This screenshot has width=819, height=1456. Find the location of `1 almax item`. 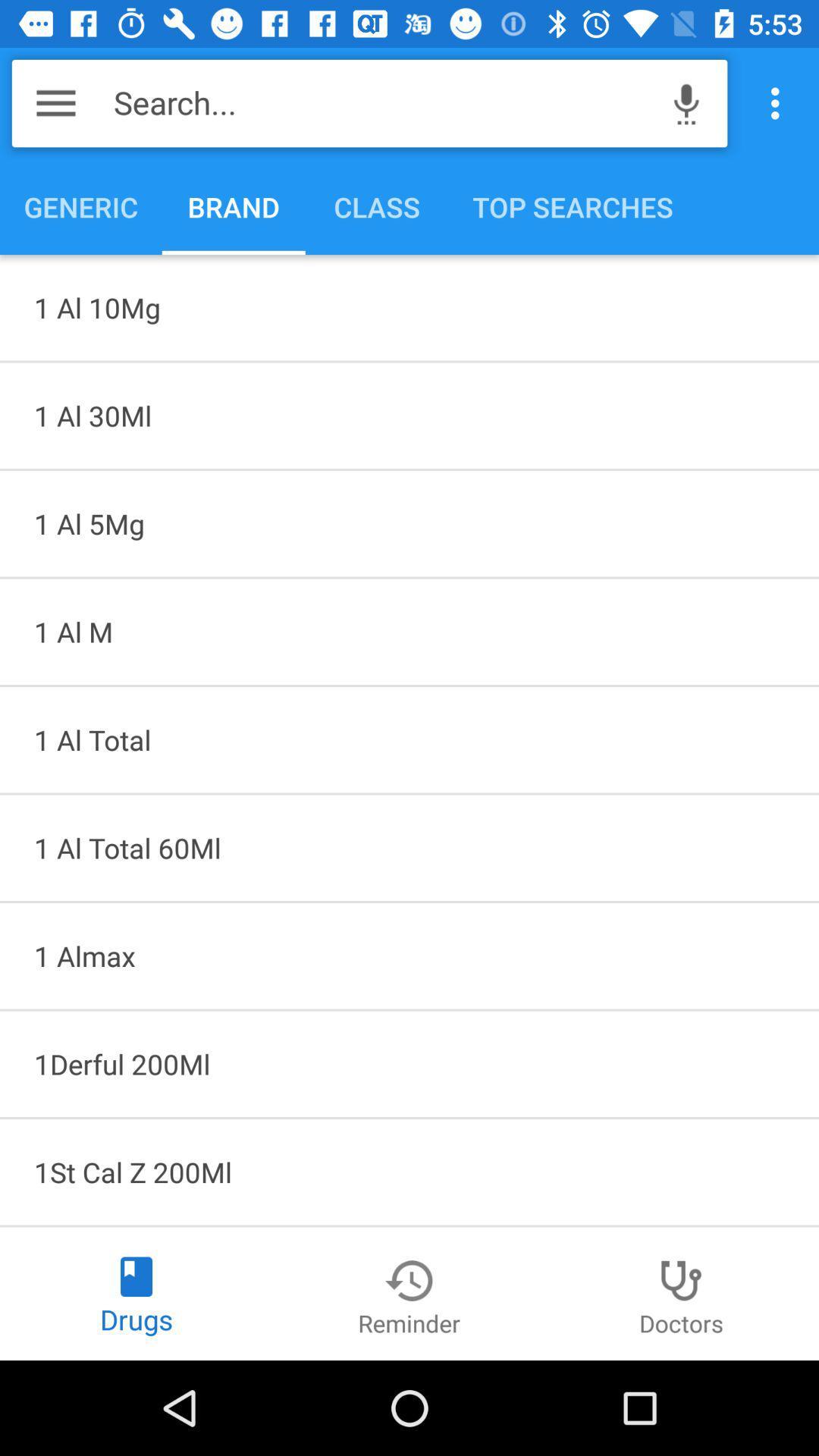

1 almax item is located at coordinates (409, 955).